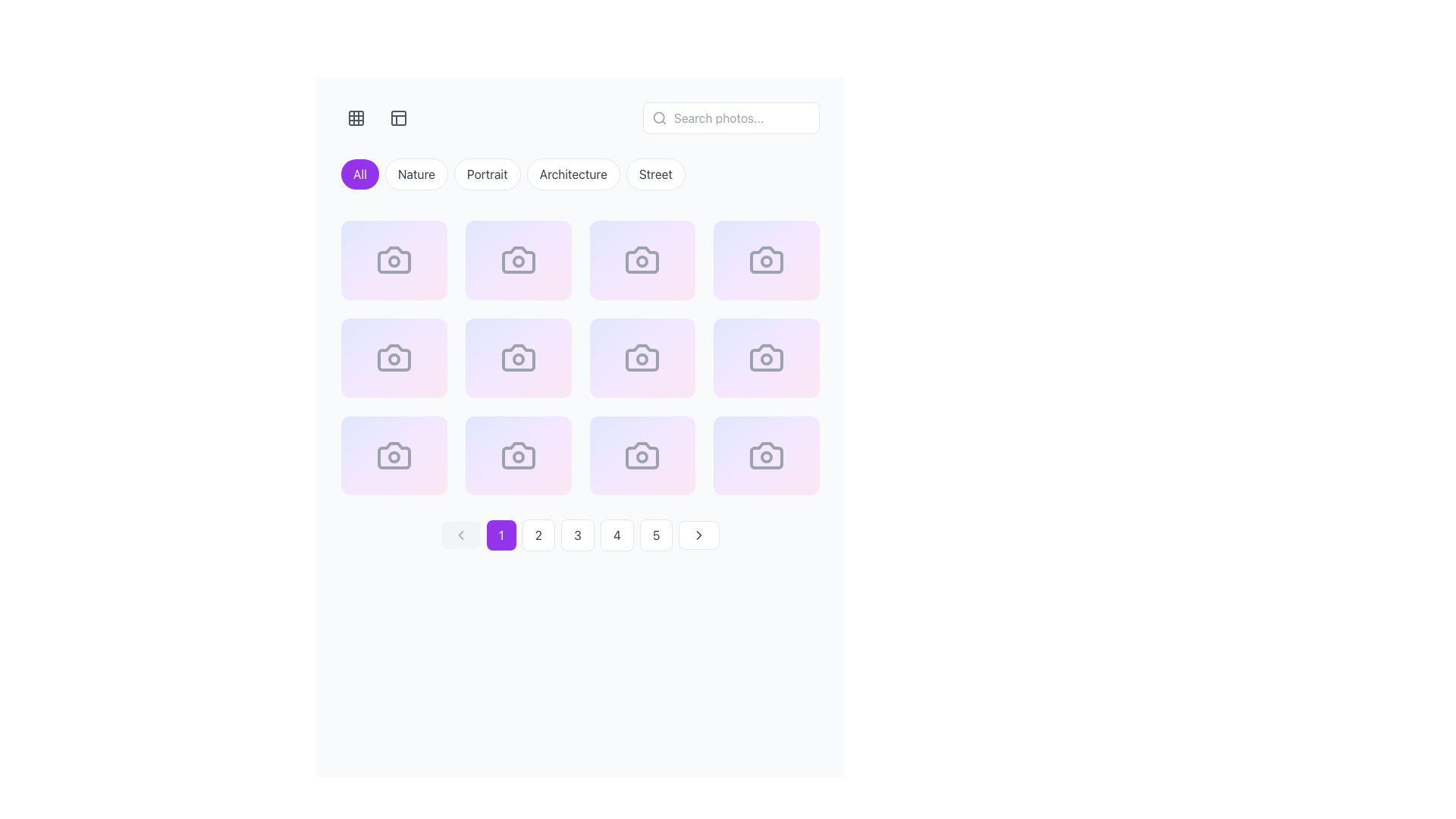  What do you see at coordinates (394, 455) in the screenshot?
I see `the gallery item card labeled as Photograph #9, which is the third card in the third row of a 4-column grid structure` at bounding box center [394, 455].